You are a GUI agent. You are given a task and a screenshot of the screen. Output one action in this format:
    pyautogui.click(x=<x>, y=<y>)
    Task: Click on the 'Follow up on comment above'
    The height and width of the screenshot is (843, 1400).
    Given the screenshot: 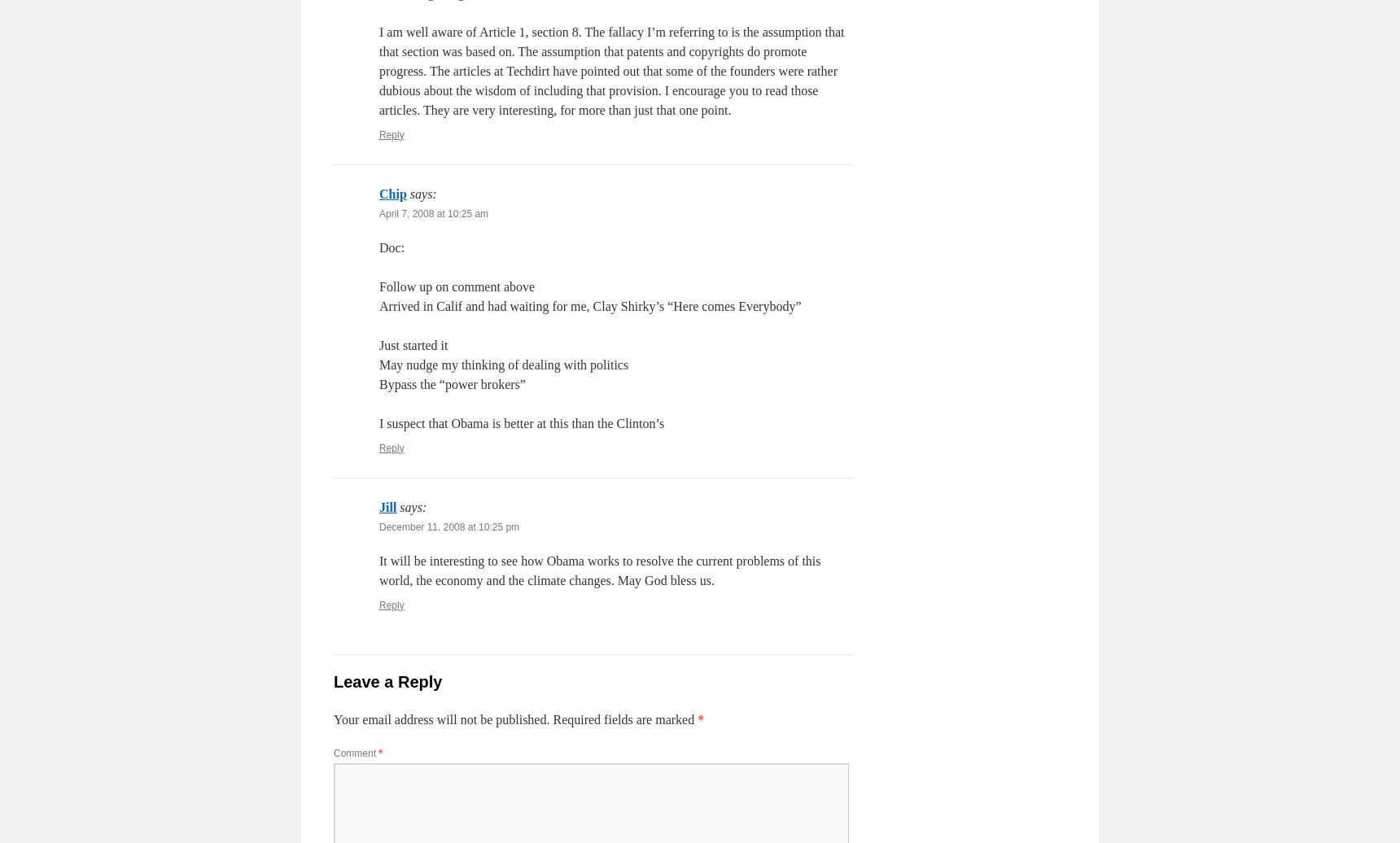 What is the action you would take?
    pyautogui.click(x=457, y=286)
    